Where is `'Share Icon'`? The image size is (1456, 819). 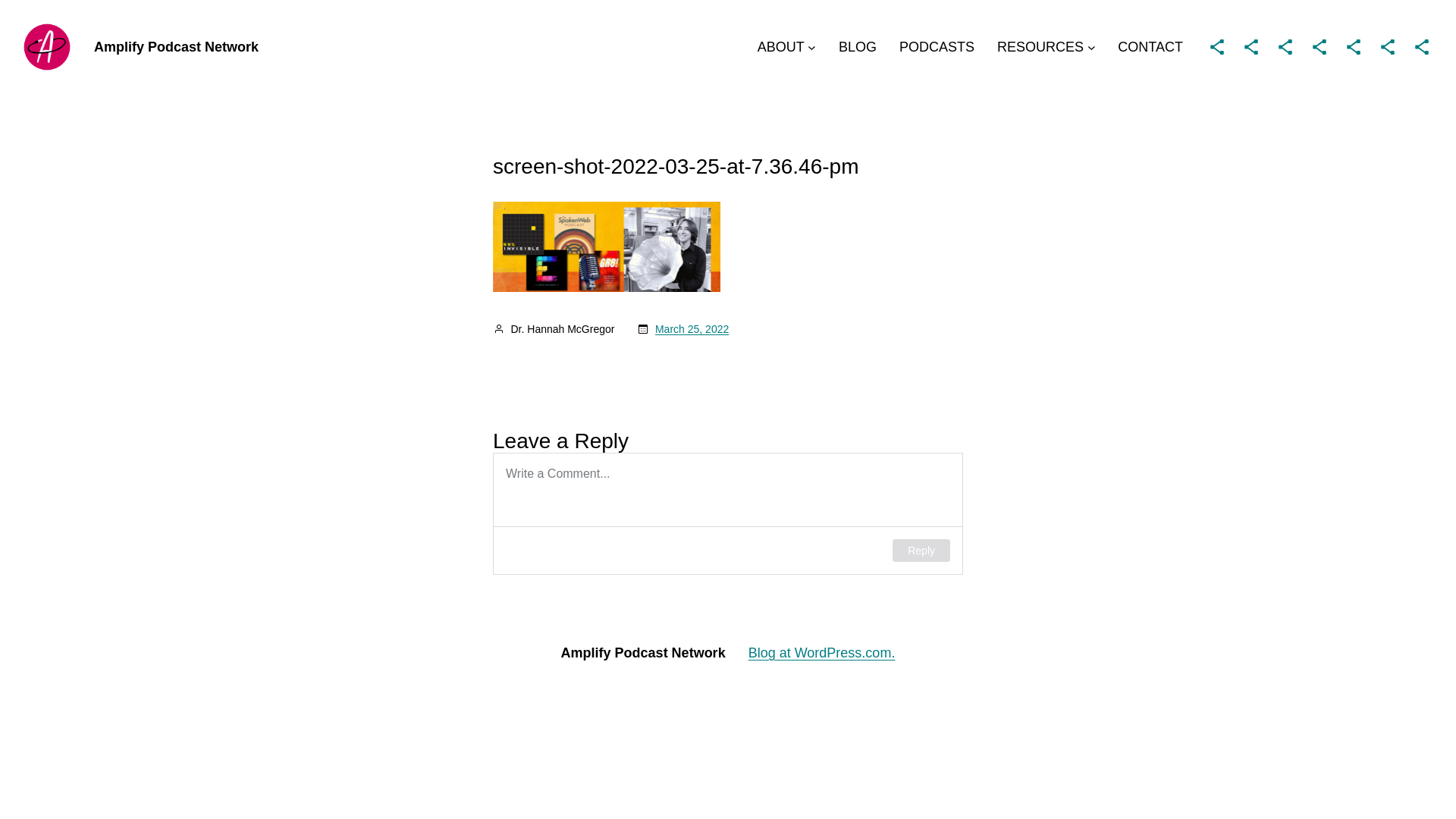
'Share Icon' is located at coordinates (1307, 45).